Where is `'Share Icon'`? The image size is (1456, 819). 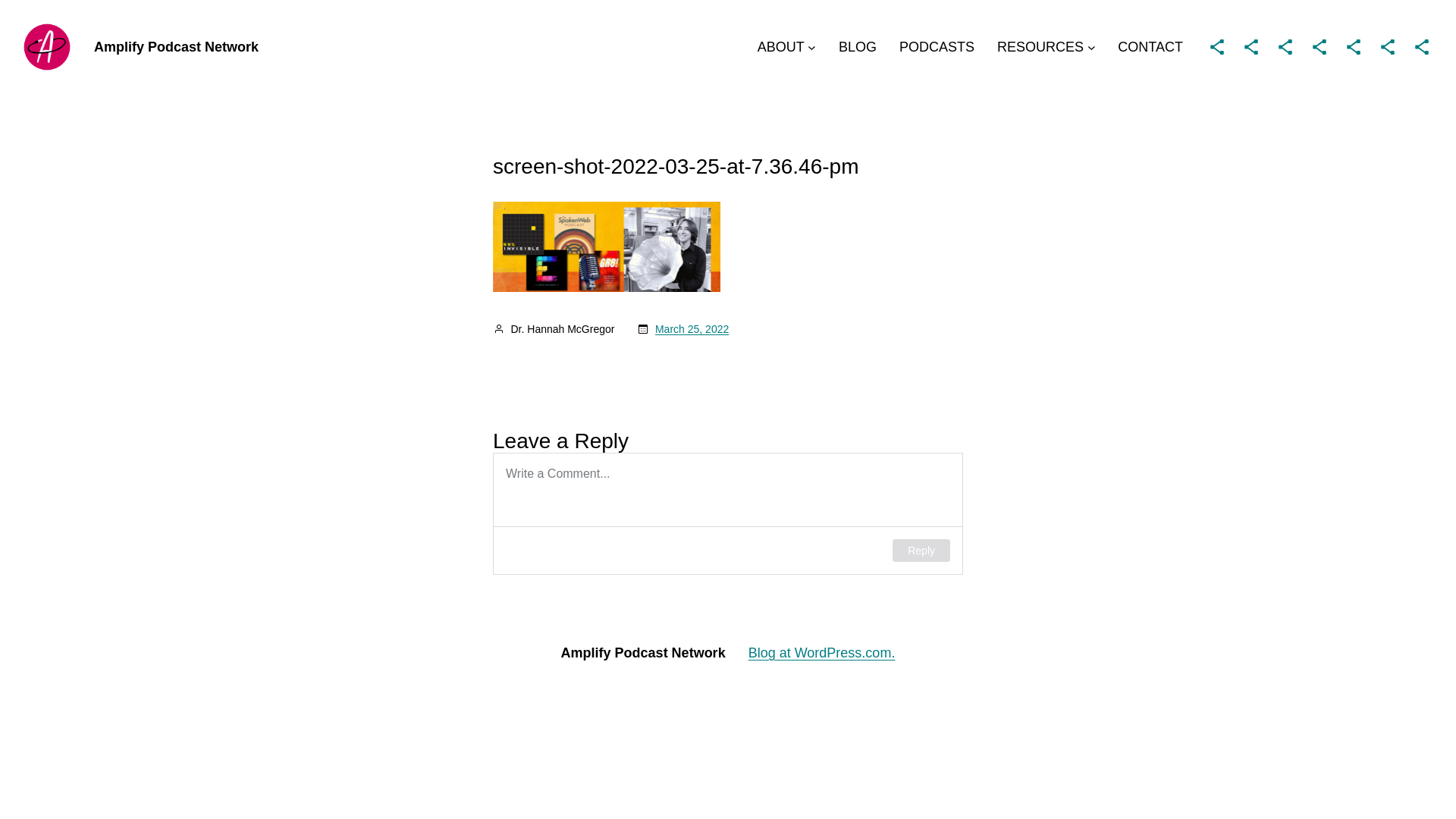
'Share Icon' is located at coordinates (1307, 45).